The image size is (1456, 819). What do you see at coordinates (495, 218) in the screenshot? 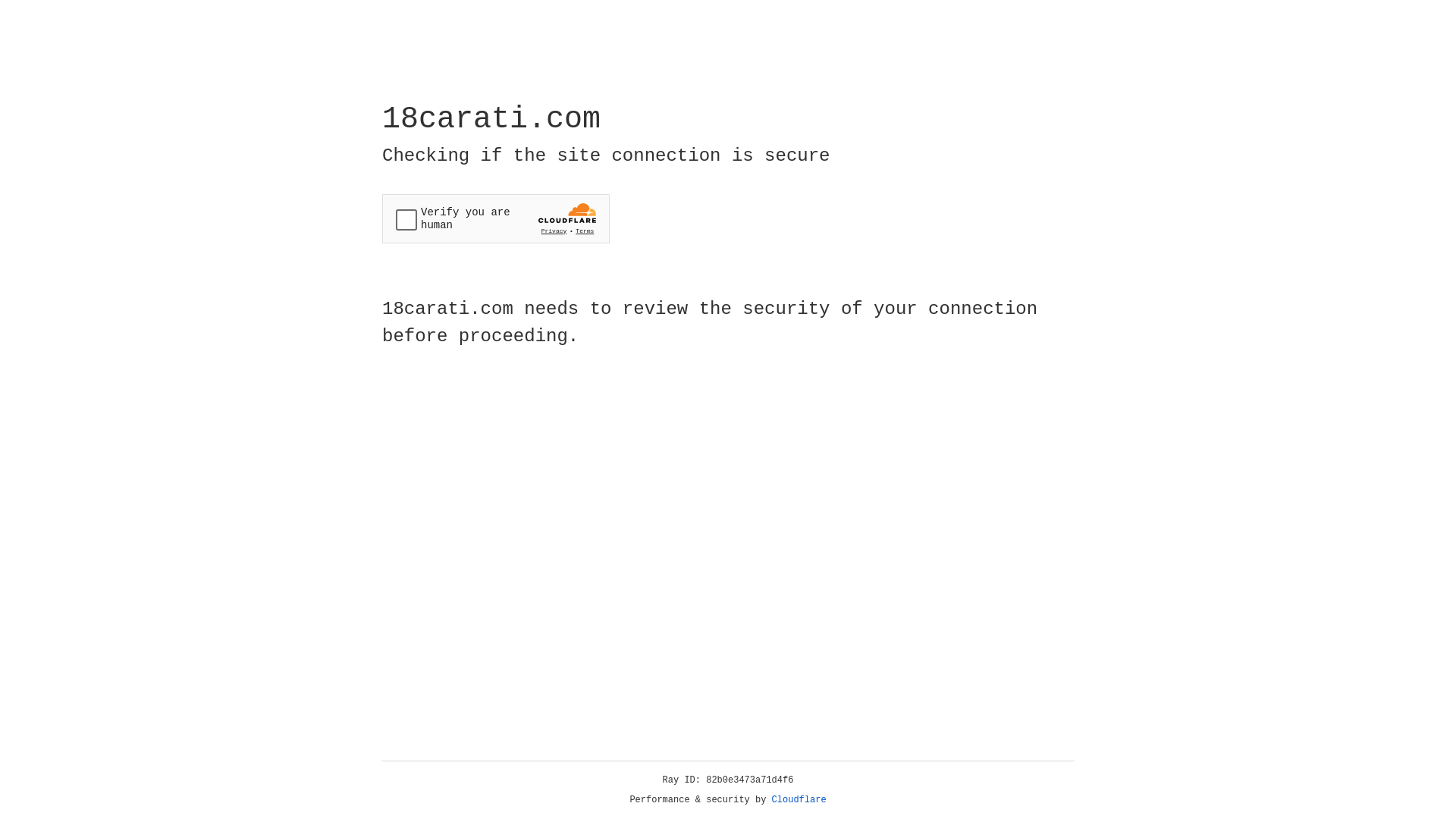
I see `'Widget containing a Cloudflare security challenge'` at bounding box center [495, 218].